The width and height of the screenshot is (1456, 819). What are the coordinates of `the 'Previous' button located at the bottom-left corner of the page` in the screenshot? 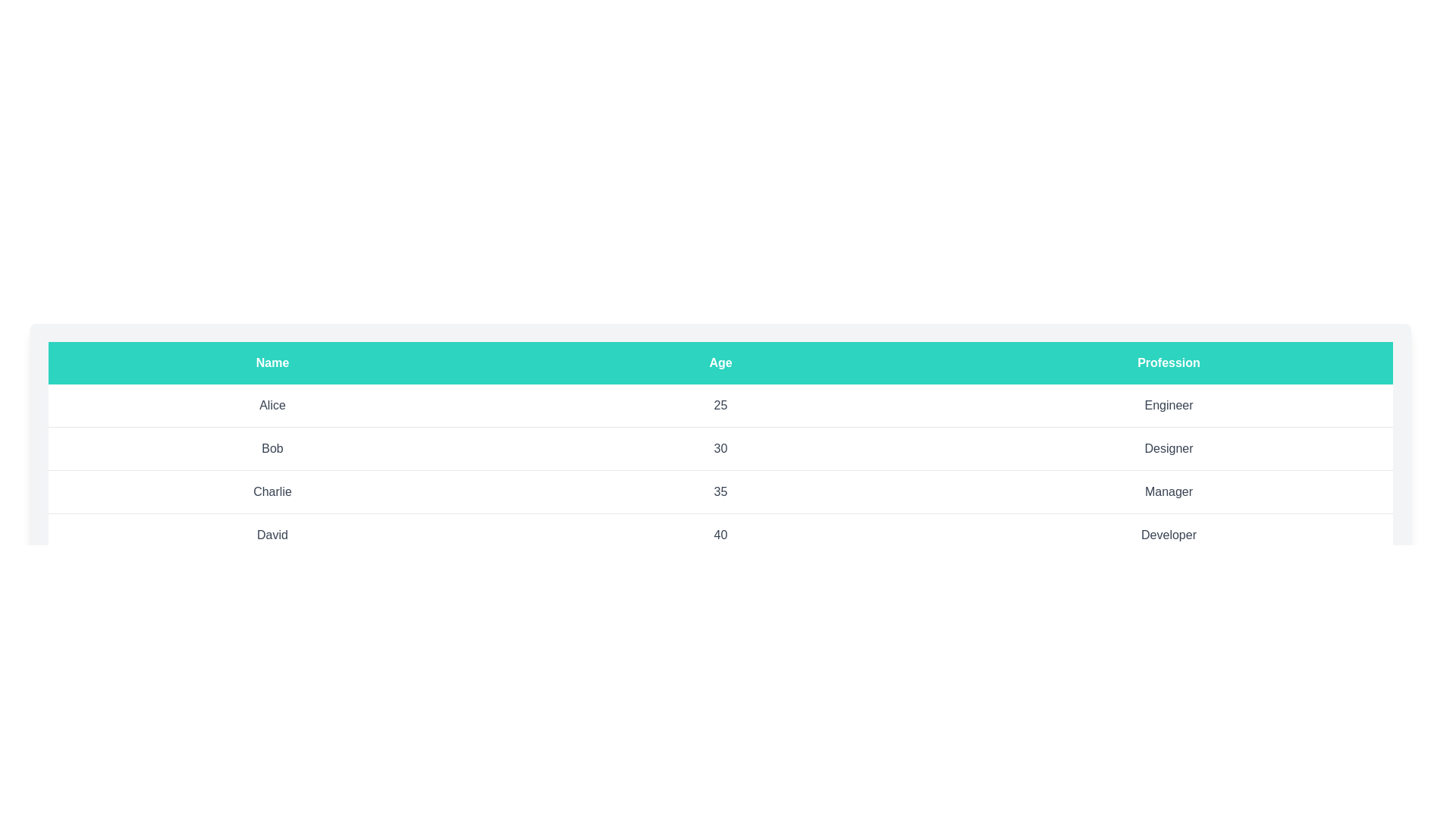 It's located at (83, 628).